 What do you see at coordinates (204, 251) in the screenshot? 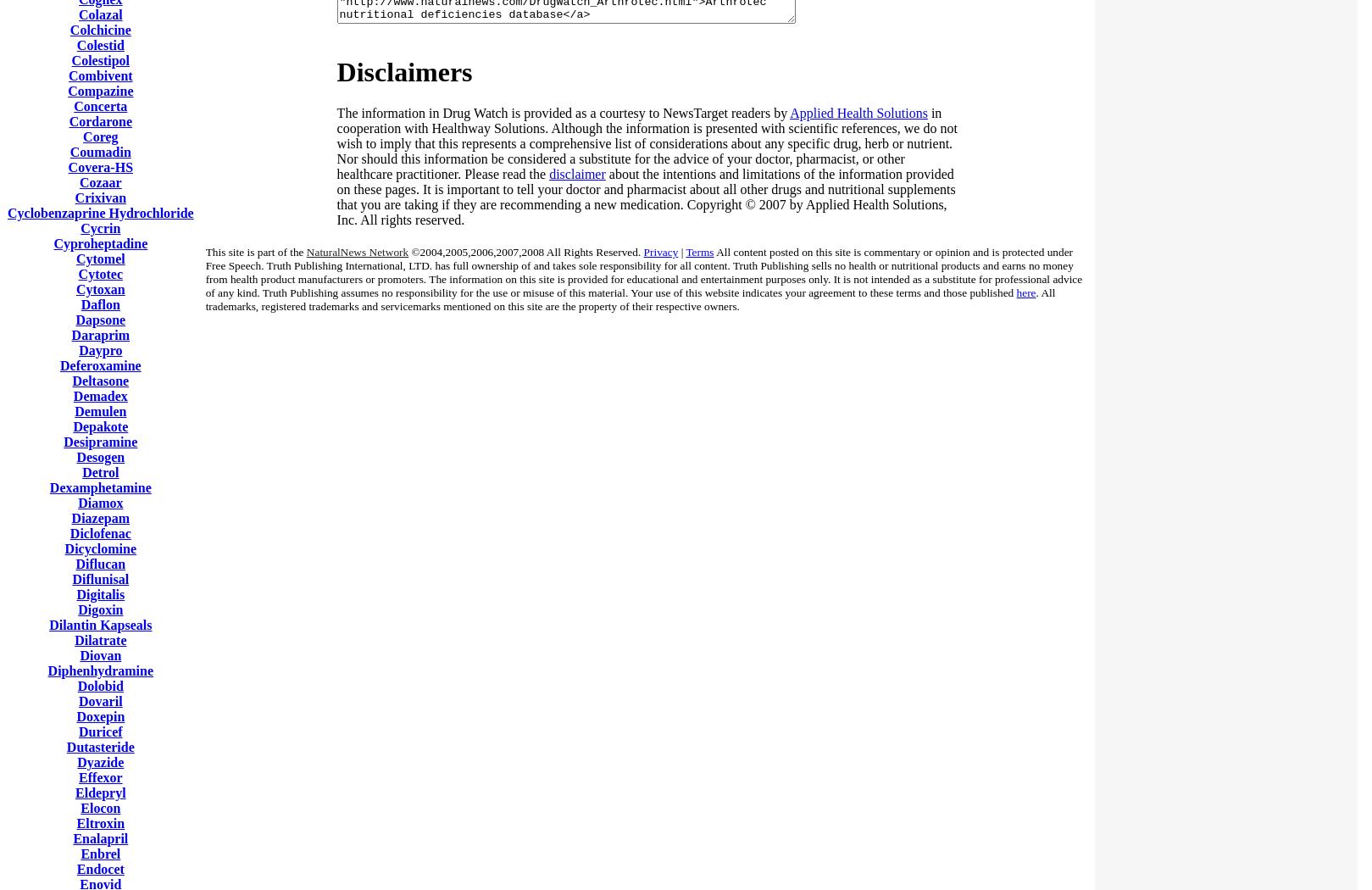
I see `'This site is part of the'` at bounding box center [204, 251].